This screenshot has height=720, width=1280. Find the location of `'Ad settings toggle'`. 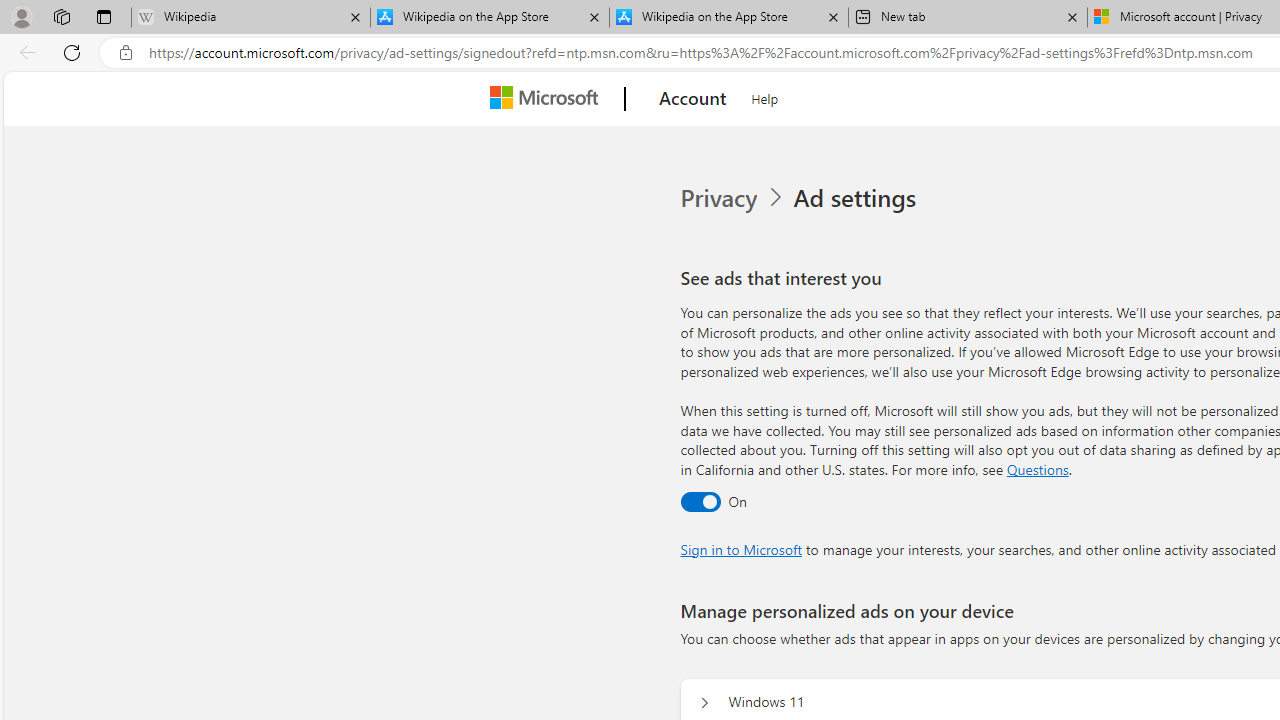

'Ad settings toggle' is located at coordinates (700, 500).